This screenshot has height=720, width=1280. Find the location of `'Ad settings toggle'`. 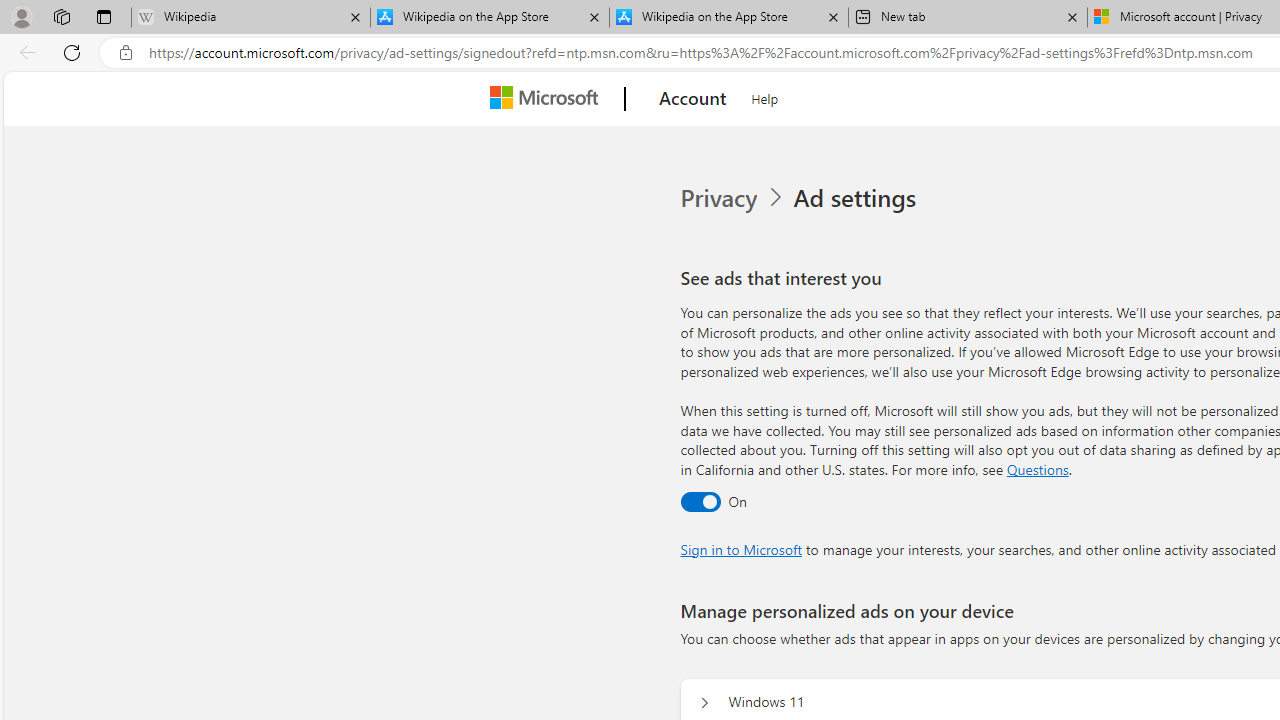

'Ad settings toggle' is located at coordinates (700, 500).